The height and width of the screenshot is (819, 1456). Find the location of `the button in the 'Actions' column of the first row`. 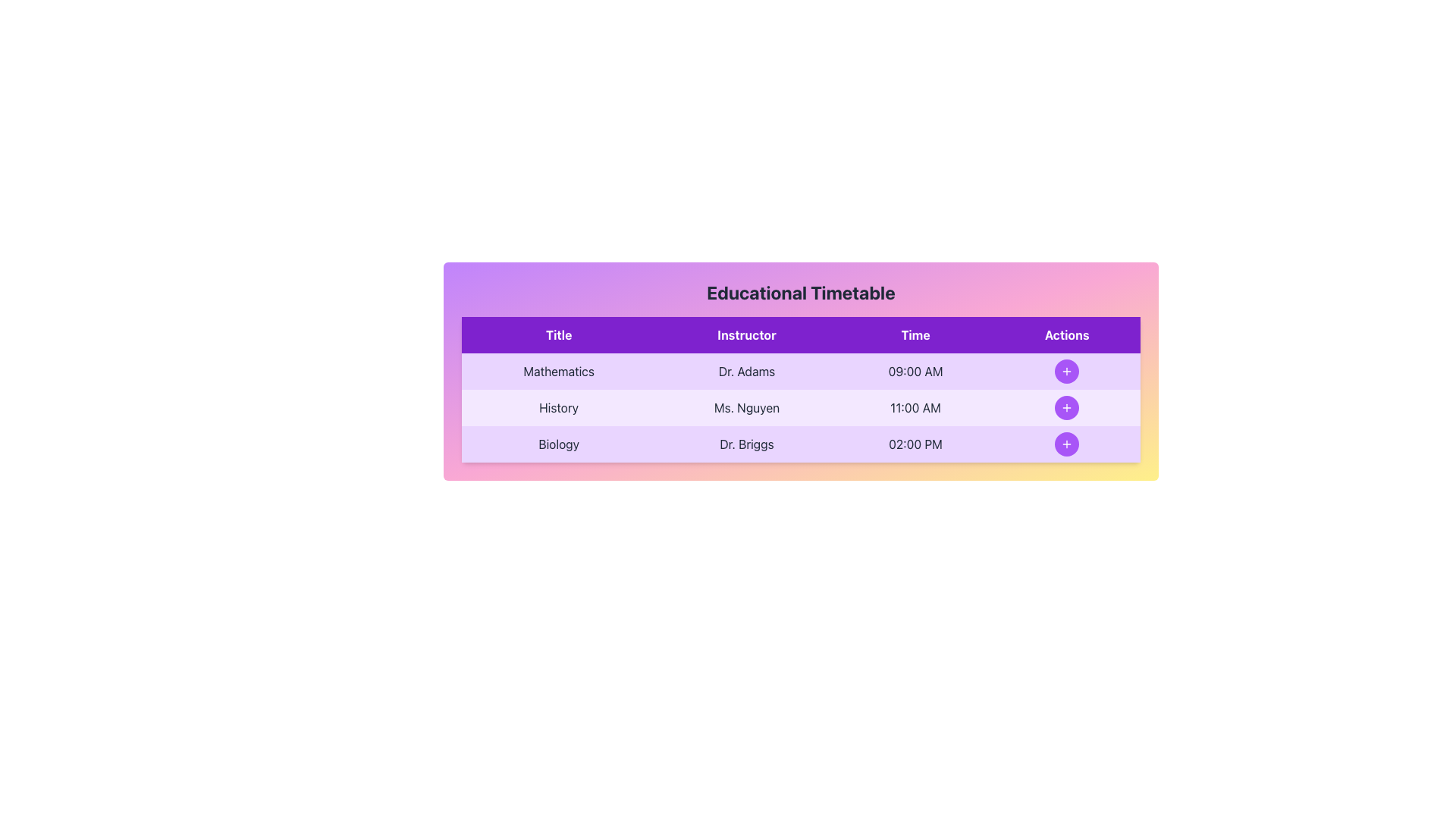

the button in the 'Actions' column of the first row is located at coordinates (1066, 371).